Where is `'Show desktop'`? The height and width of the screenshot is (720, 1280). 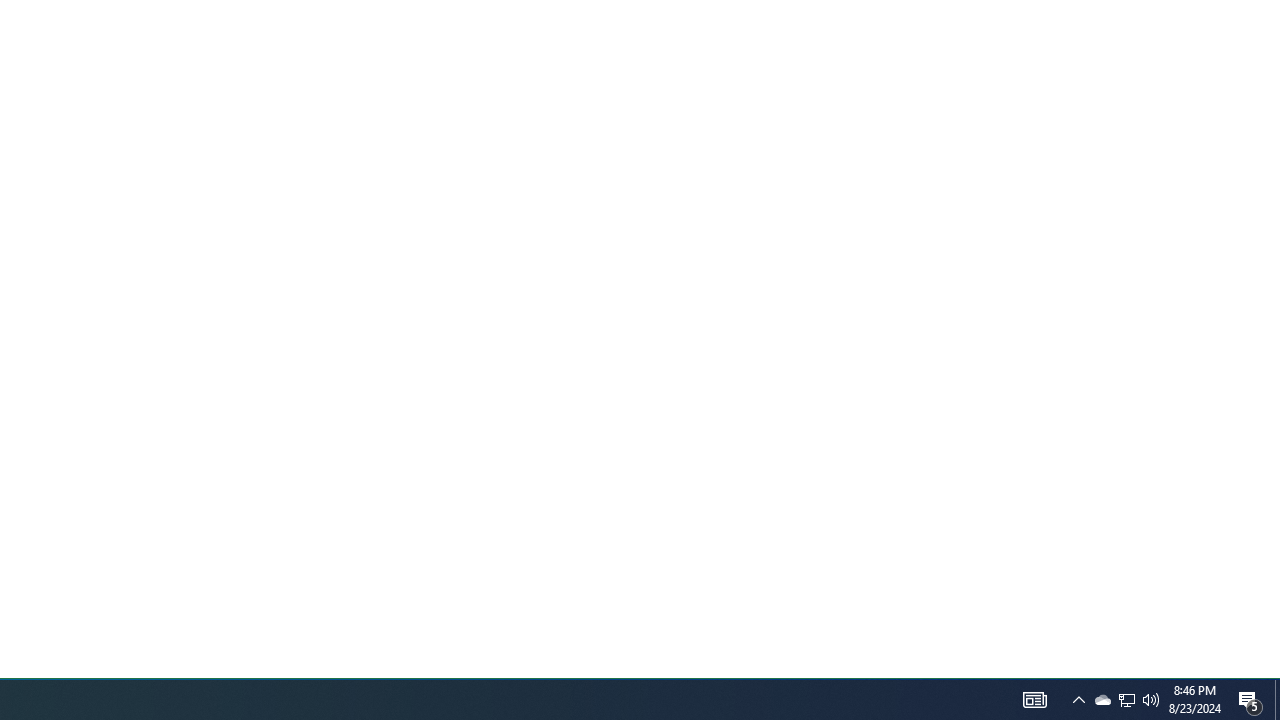
'Show desktop' is located at coordinates (1250, 698).